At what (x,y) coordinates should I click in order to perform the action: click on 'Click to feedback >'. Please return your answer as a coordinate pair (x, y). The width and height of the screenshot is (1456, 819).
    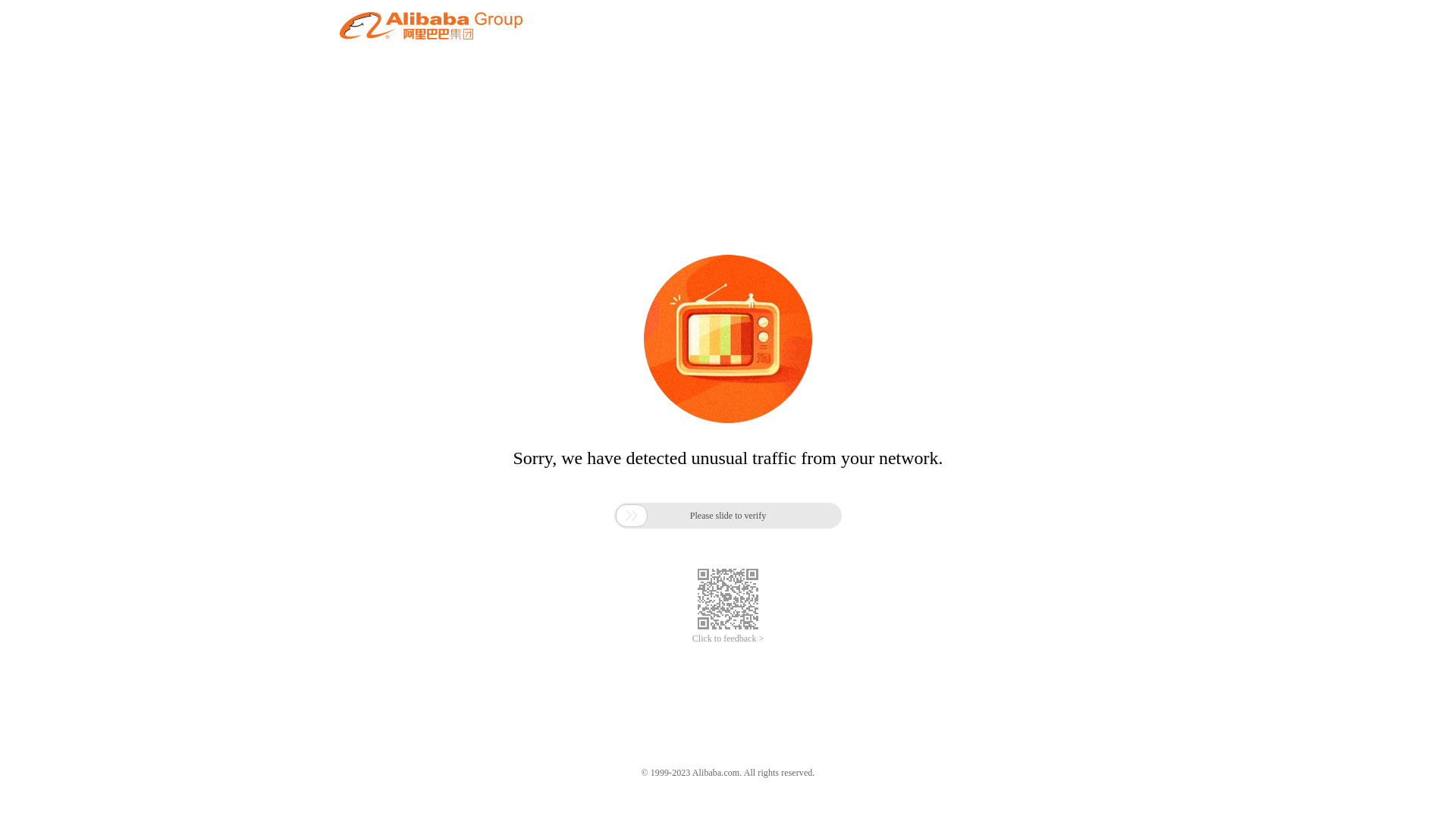
    Looking at the image, I should click on (728, 639).